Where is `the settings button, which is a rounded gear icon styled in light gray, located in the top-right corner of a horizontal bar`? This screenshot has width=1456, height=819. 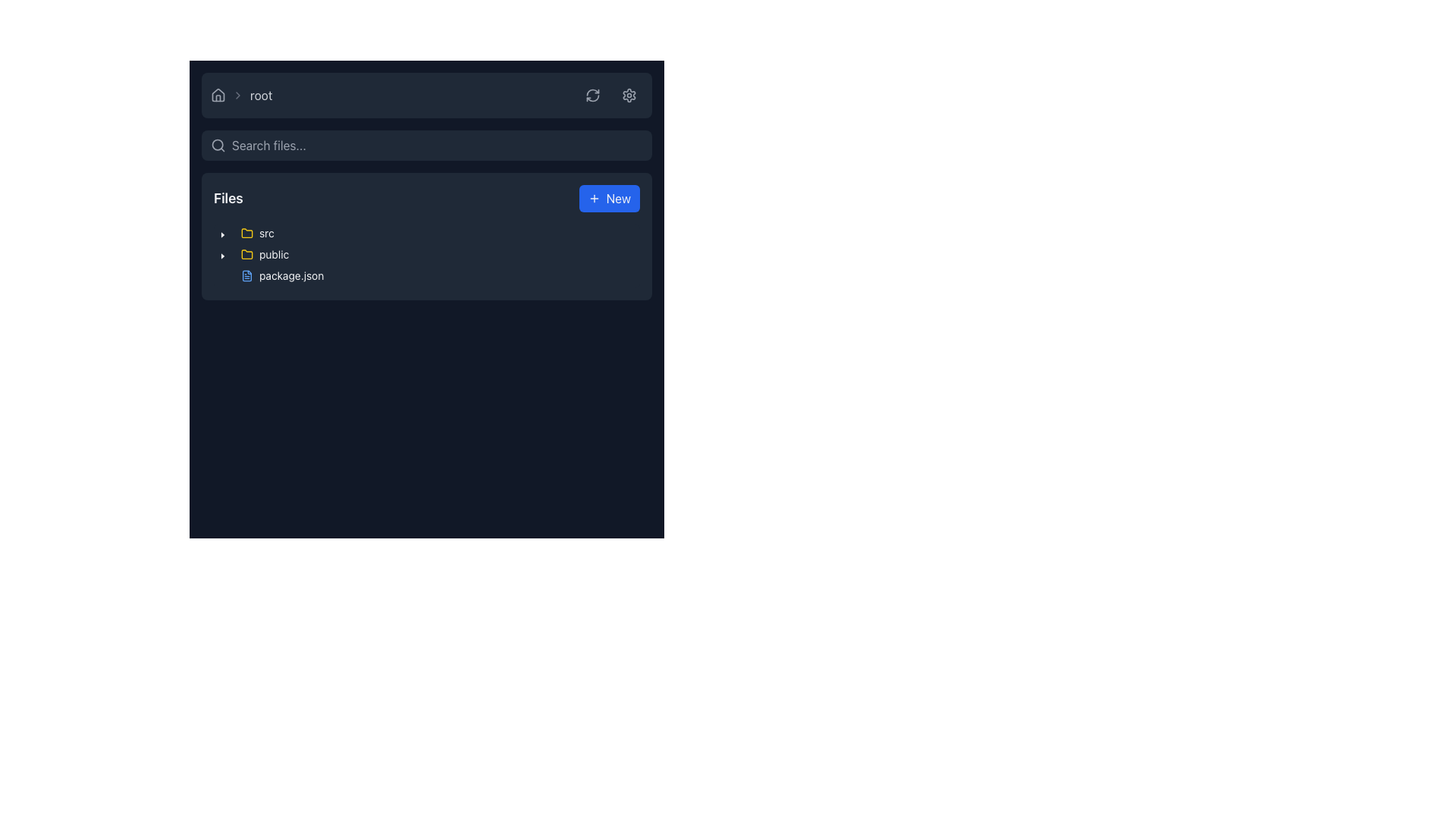 the settings button, which is a rounded gear icon styled in light gray, located in the top-right corner of a horizontal bar is located at coordinates (629, 96).